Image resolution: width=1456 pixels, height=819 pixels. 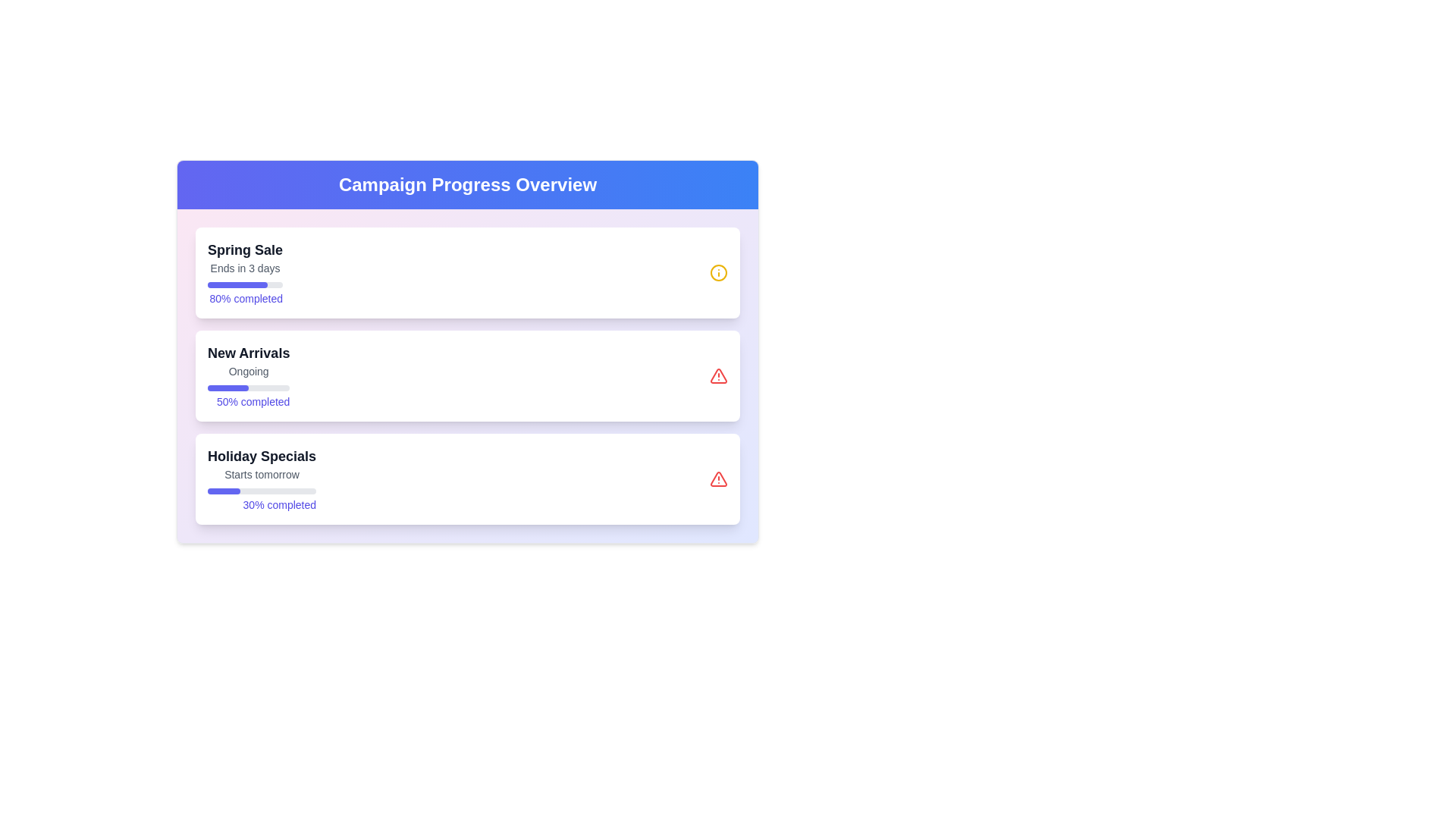 What do you see at coordinates (262, 455) in the screenshot?
I see `the Text label that serves as the title for the 'Holiday Specials' campaign section, which is located at the top of the third campaign card` at bounding box center [262, 455].